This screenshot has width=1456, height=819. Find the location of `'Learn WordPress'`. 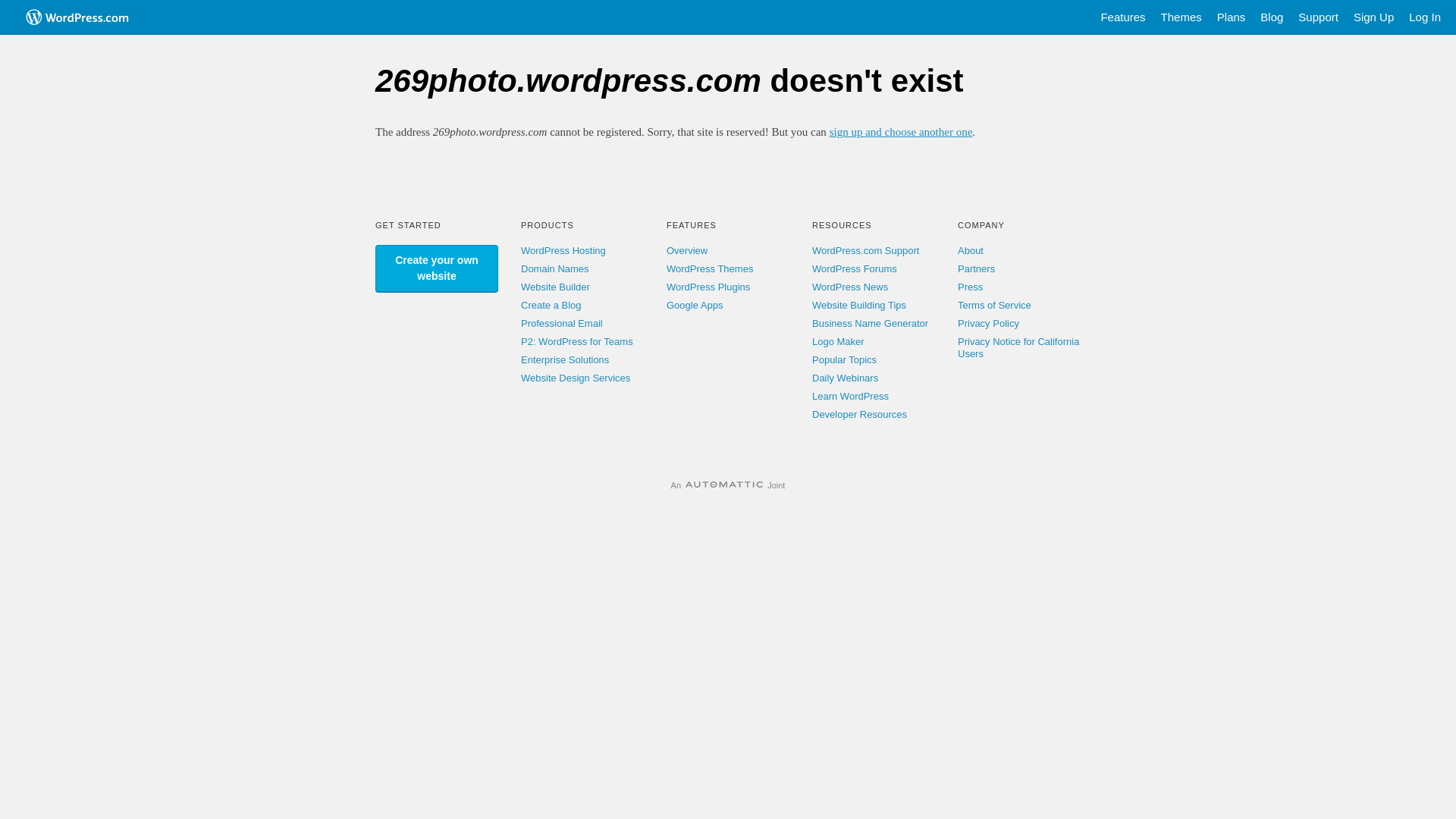

'Learn WordPress' is located at coordinates (850, 395).